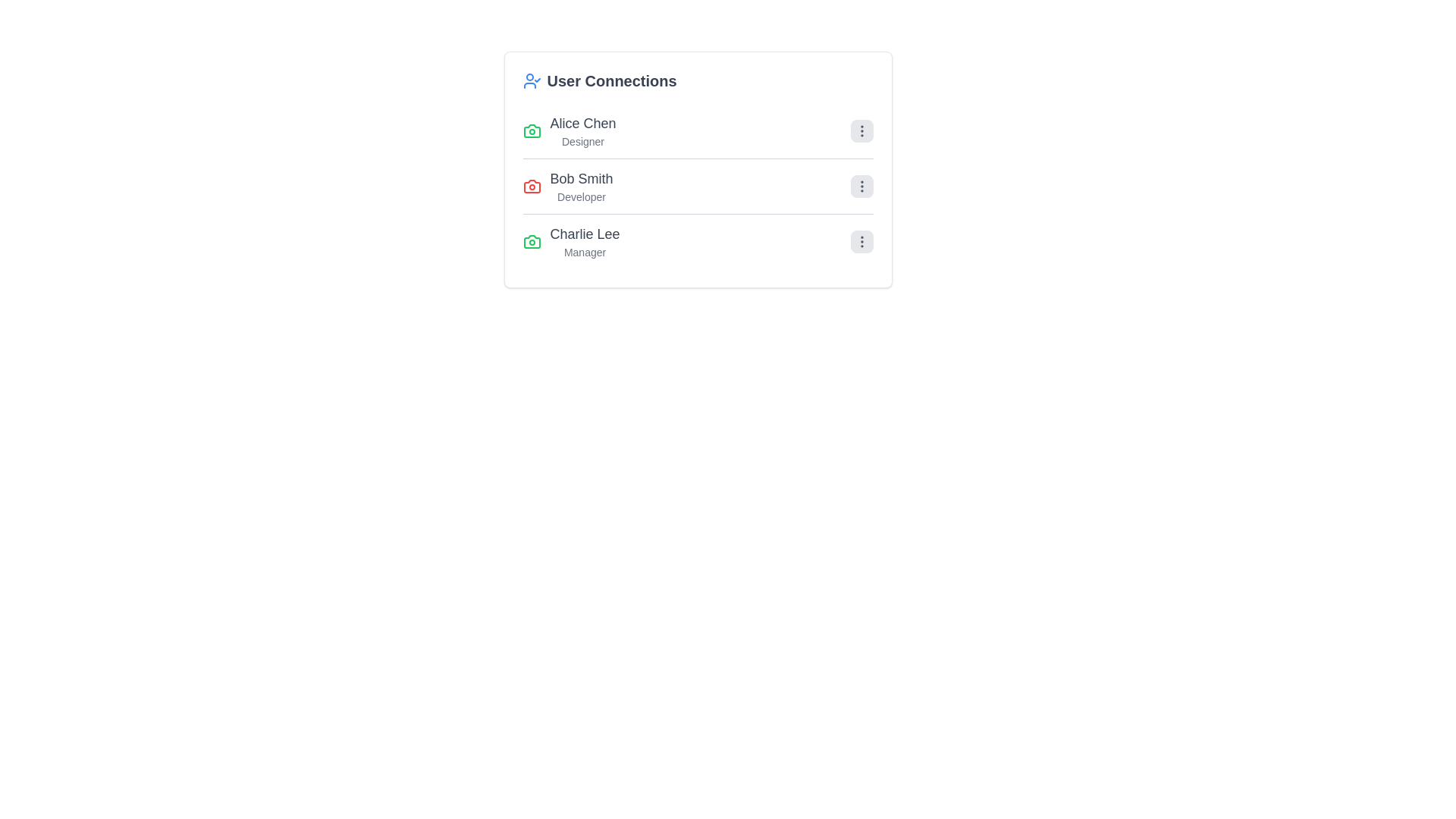  What do you see at coordinates (582, 130) in the screenshot?
I see `the text label displaying 'Alice Chen, Designer' in the 'User Connections' list, which is the first entry below the title and icon` at bounding box center [582, 130].